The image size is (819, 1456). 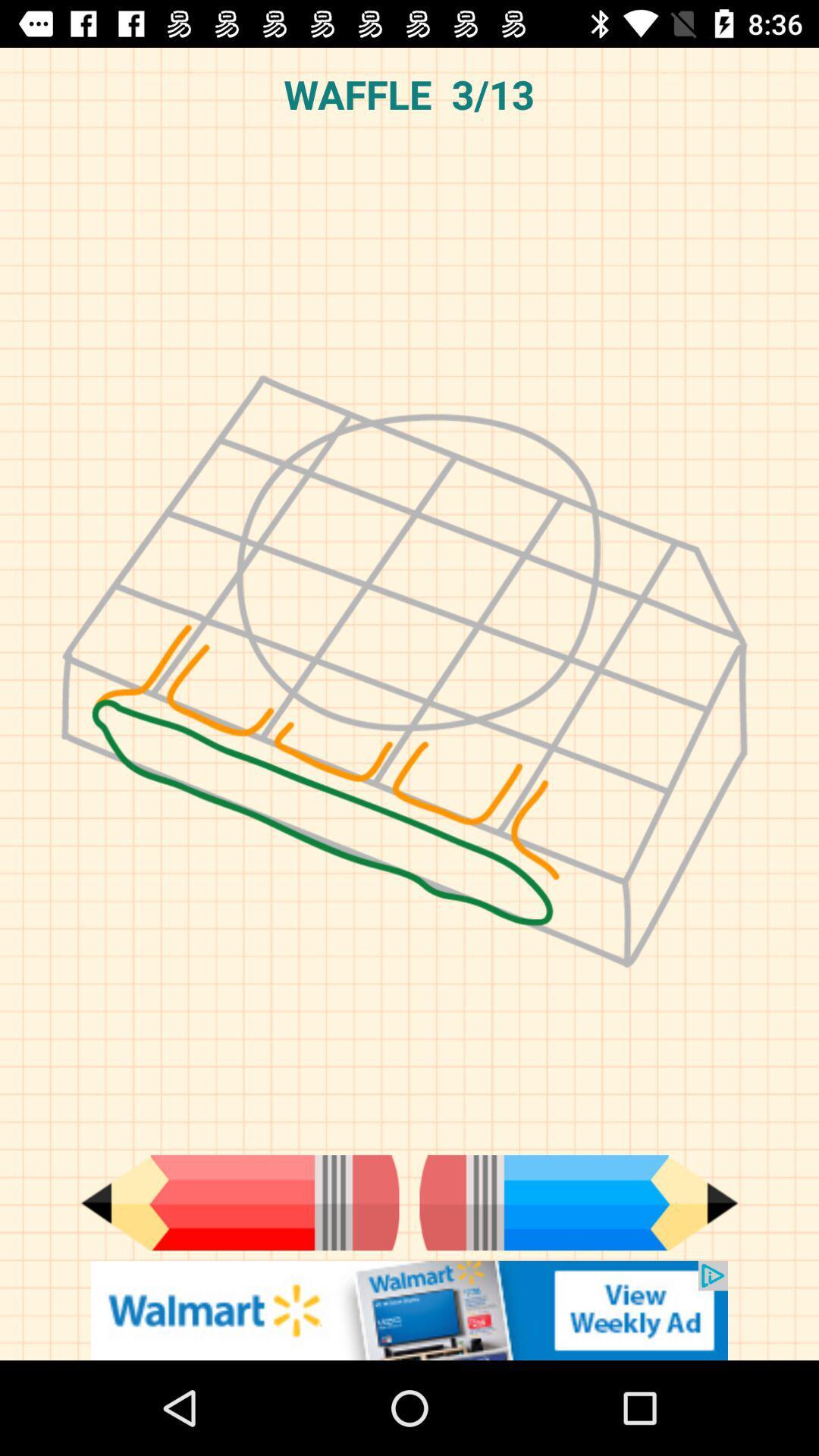 I want to click on advertisement, so click(x=409, y=1310).